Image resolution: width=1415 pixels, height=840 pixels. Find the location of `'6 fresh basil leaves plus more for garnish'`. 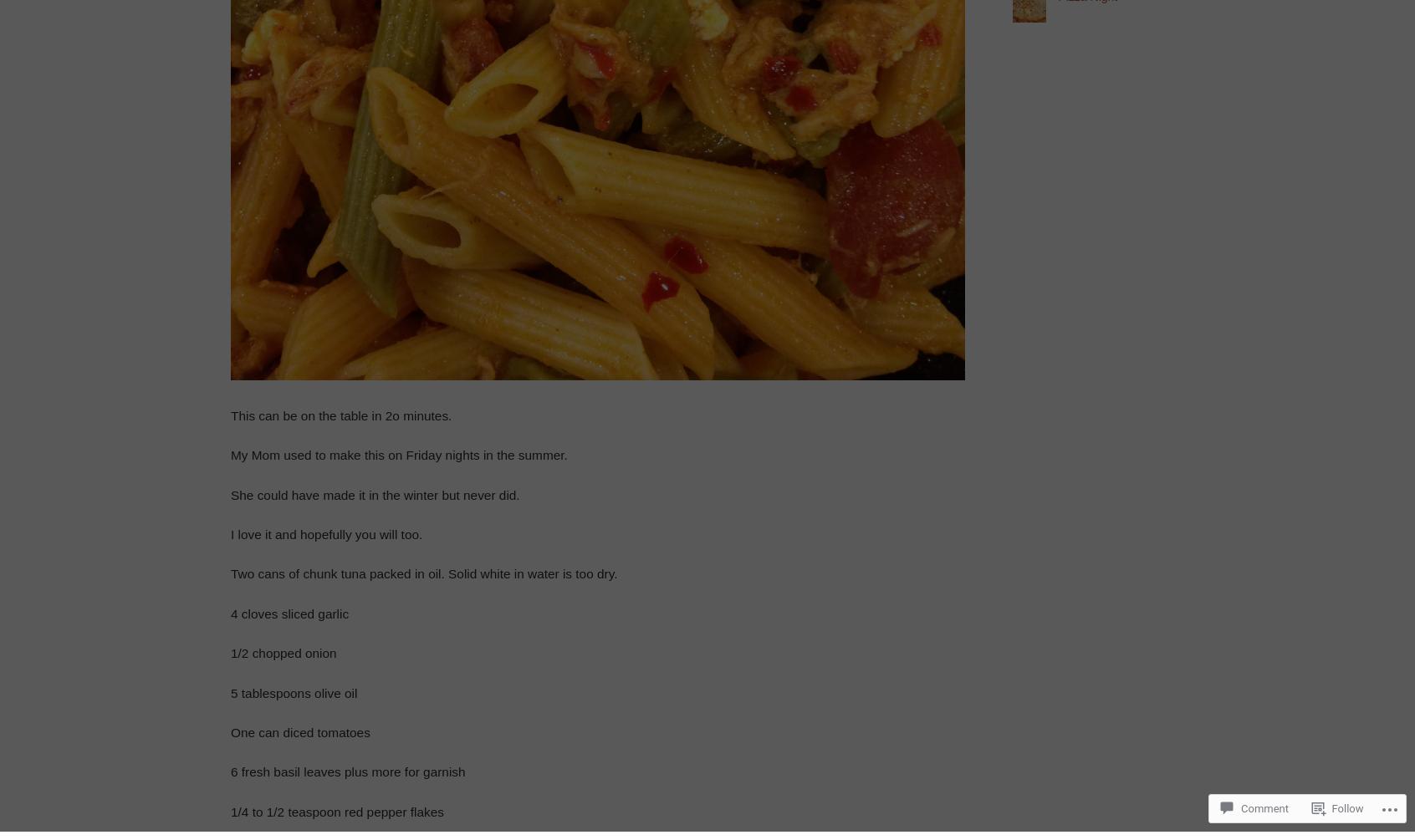

'6 fresh basil leaves plus more for garnish' is located at coordinates (348, 771).